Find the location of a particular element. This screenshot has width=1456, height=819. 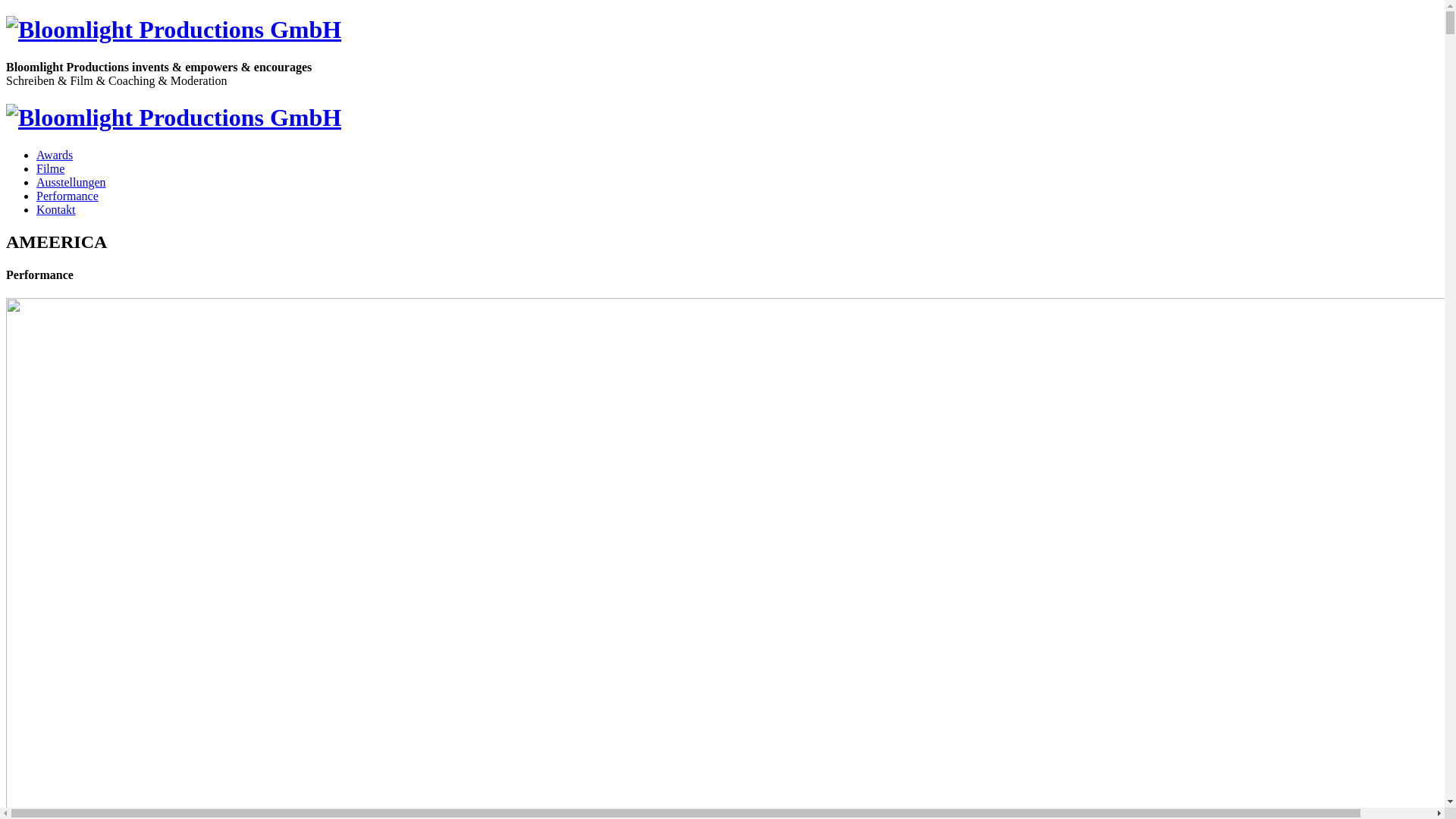

'Awards' is located at coordinates (55, 155).